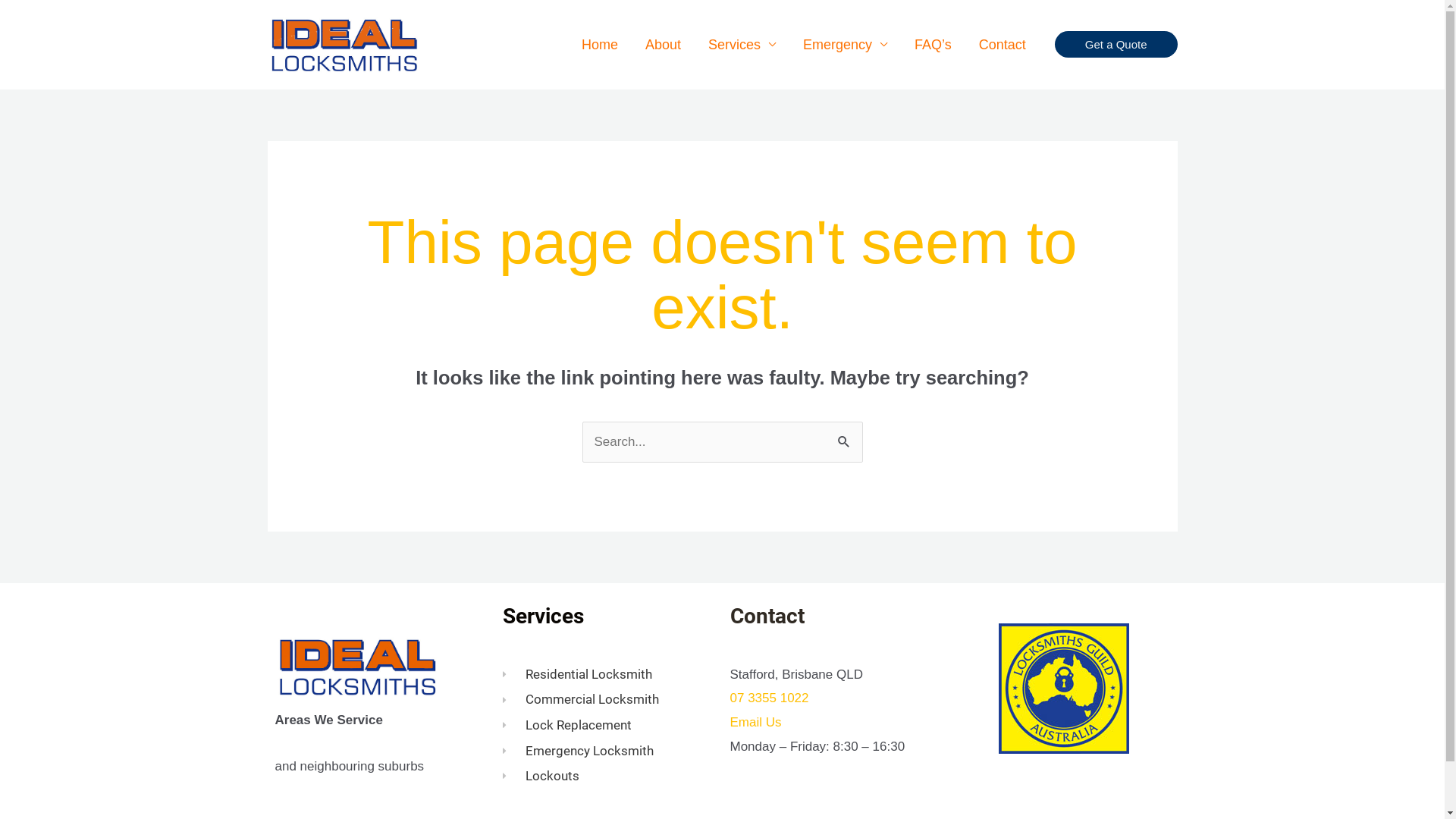  I want to click on 'Lockouts', so click(607, 776).